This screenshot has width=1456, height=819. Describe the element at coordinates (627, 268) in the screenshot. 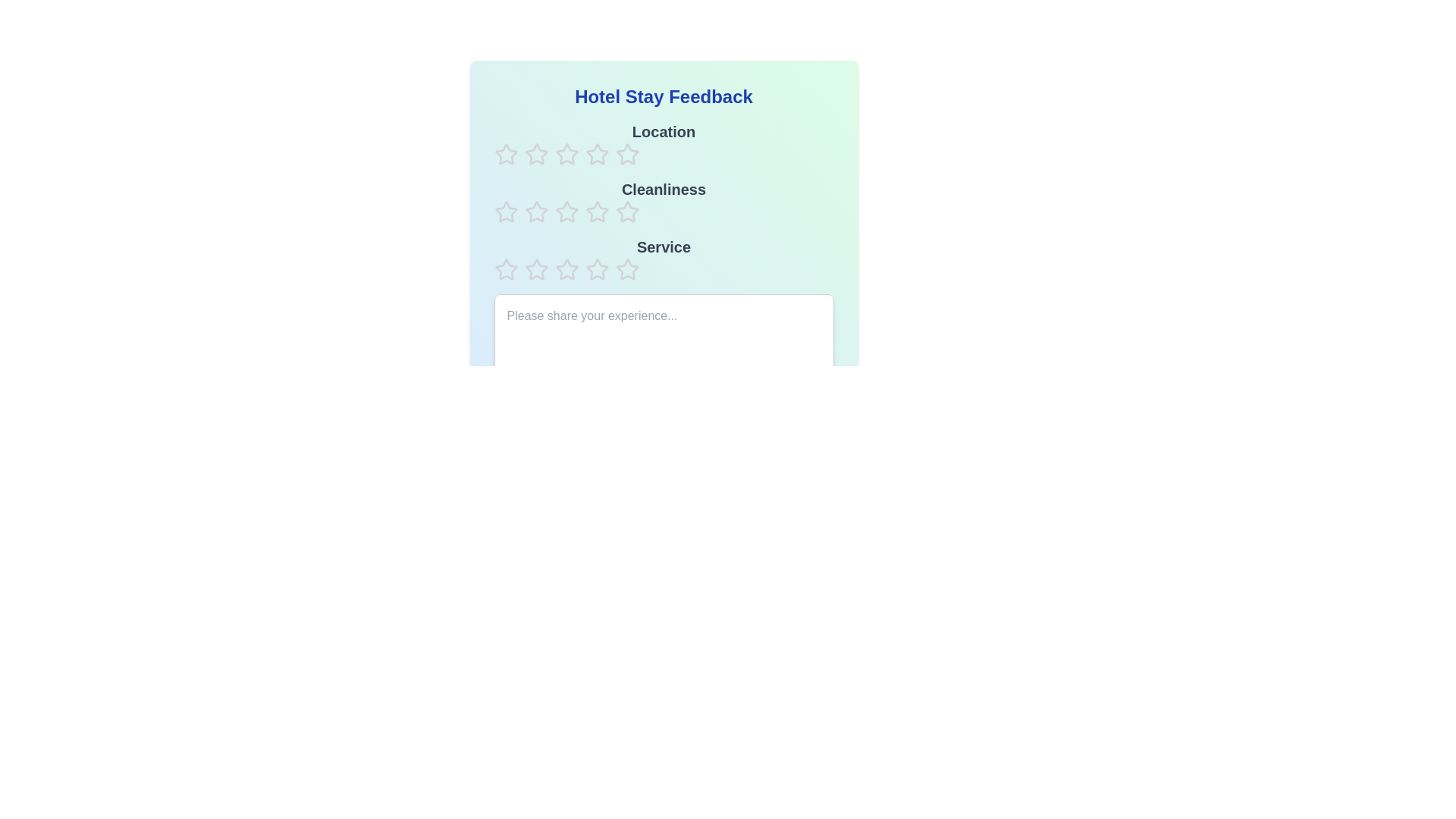

I see `the fifth star icon in the 'Service' rating row` at that location.